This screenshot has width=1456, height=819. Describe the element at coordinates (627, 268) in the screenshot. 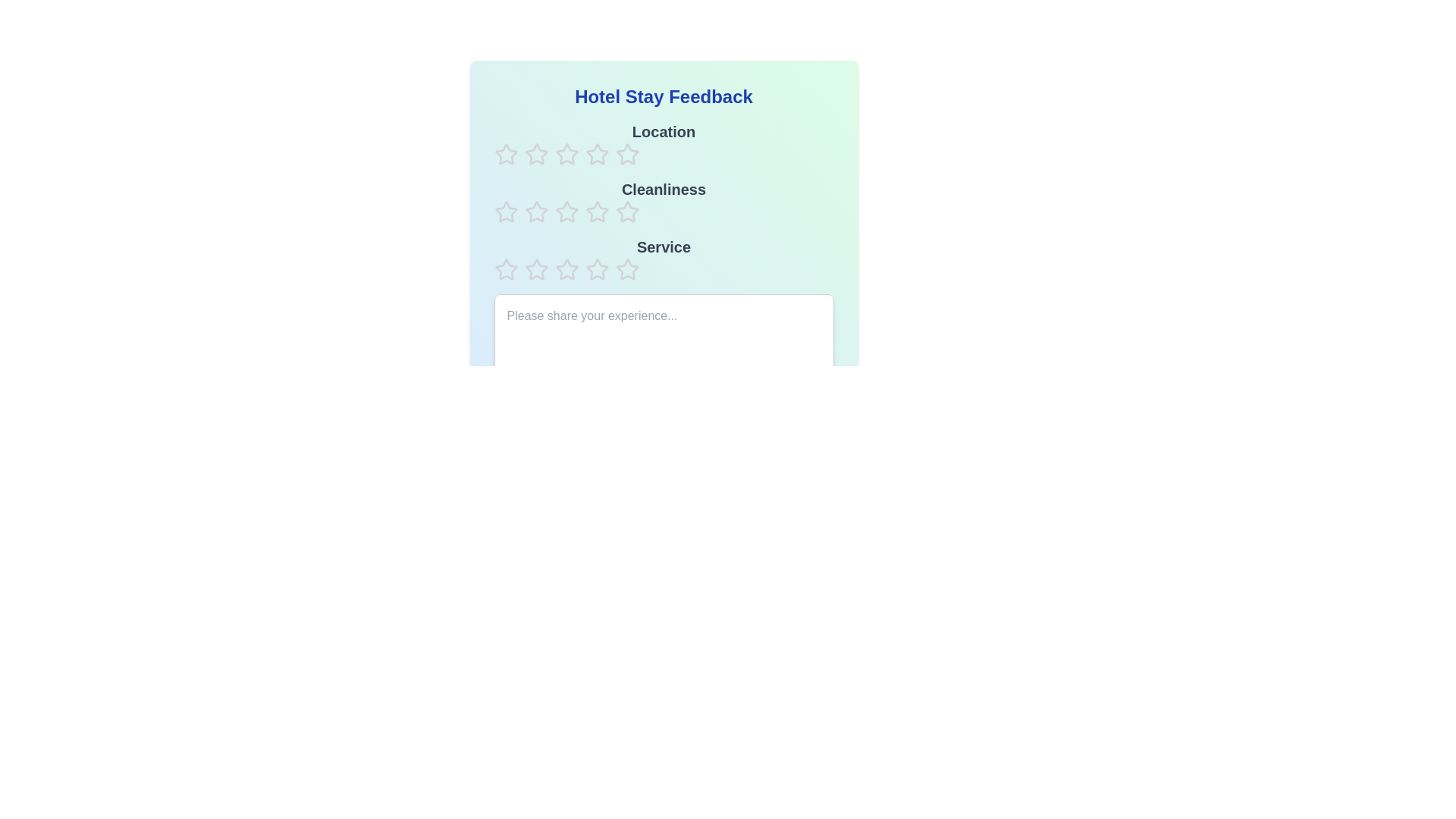

I see `the fifth star icon in the 'Service' rating row` at that location.